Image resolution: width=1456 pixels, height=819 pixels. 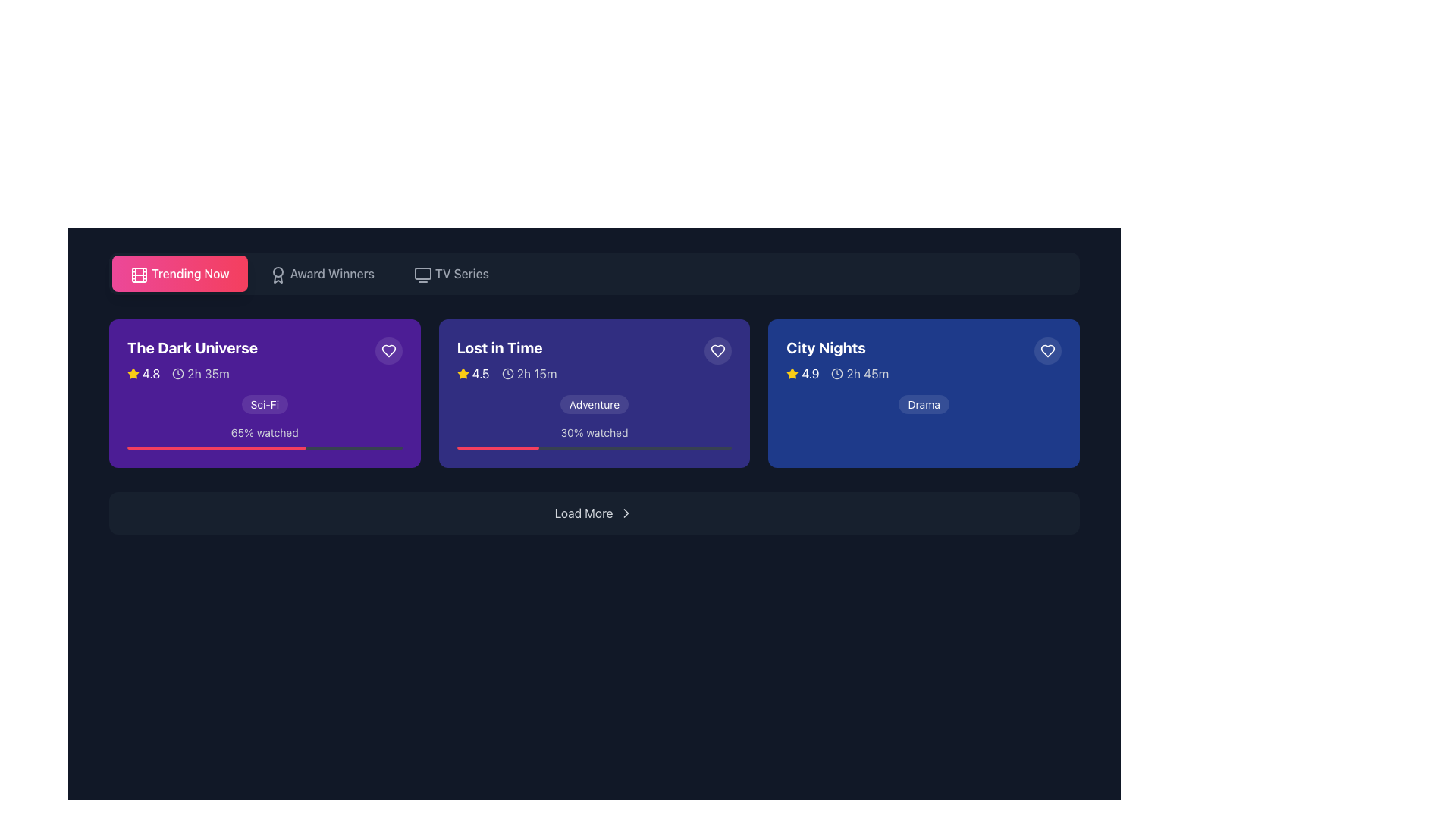 What do you see at coordinates (792, 374) in the screenshot?
I see `the rating icon located in the rightmost film card, which is visually represented to the left of the '4.9' rating text` at bounding box center [792, 374].